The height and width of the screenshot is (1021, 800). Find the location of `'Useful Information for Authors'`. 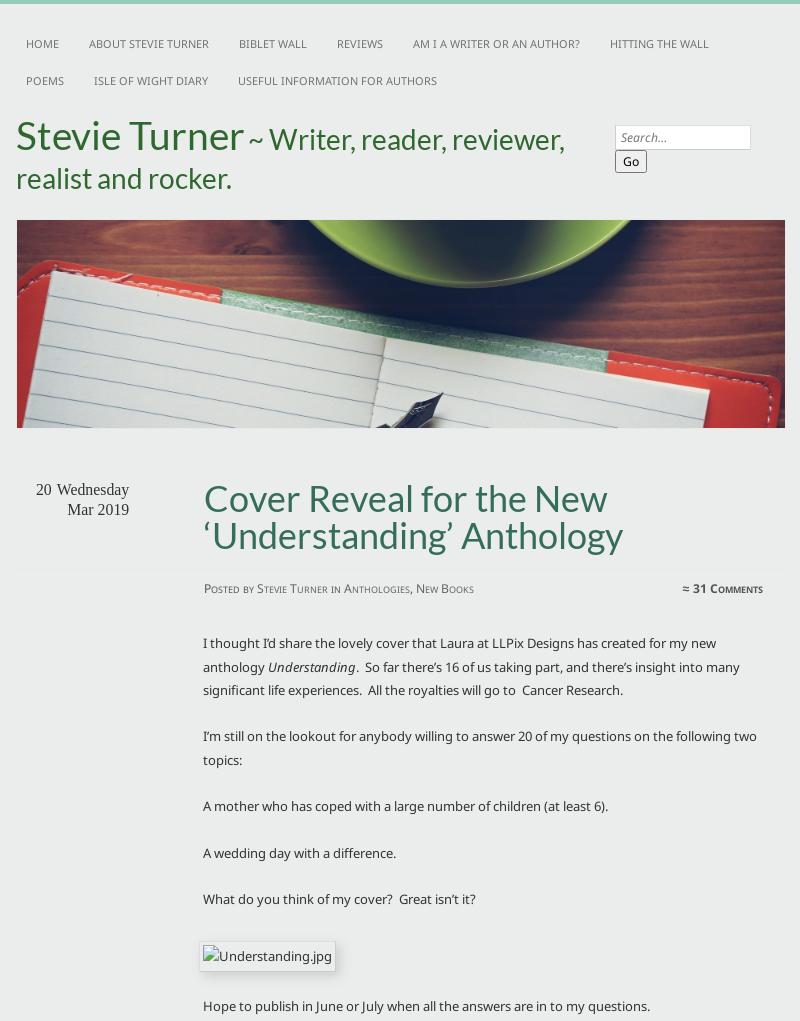

'Useful Information for Authors' is located at coordinates (237, 79).